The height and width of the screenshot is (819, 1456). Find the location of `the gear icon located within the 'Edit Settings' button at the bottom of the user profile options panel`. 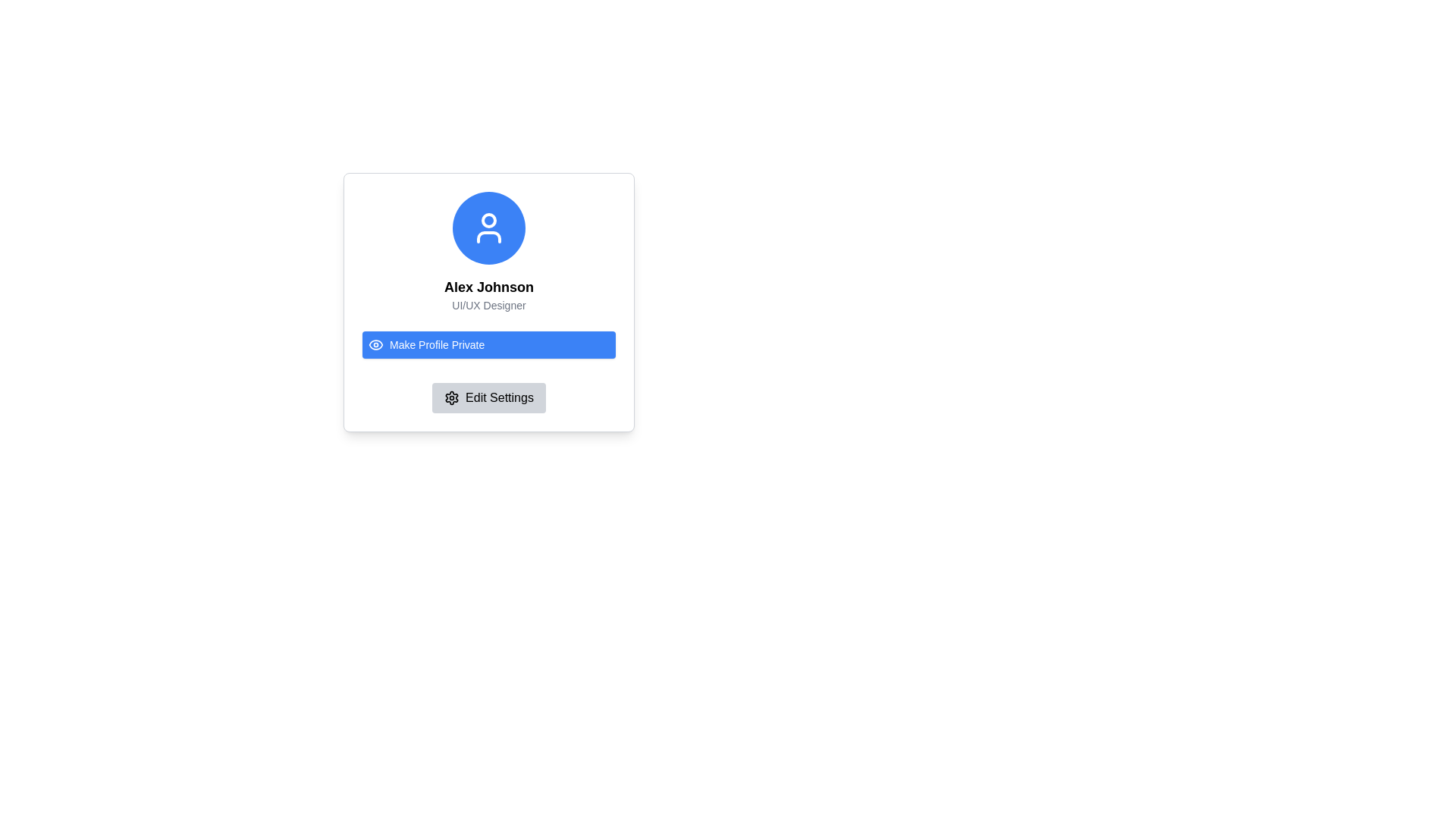

the gear icon located within the 'Edit Settings' button at the bottom of the user profile options panel is located at coordinates (451, 397).